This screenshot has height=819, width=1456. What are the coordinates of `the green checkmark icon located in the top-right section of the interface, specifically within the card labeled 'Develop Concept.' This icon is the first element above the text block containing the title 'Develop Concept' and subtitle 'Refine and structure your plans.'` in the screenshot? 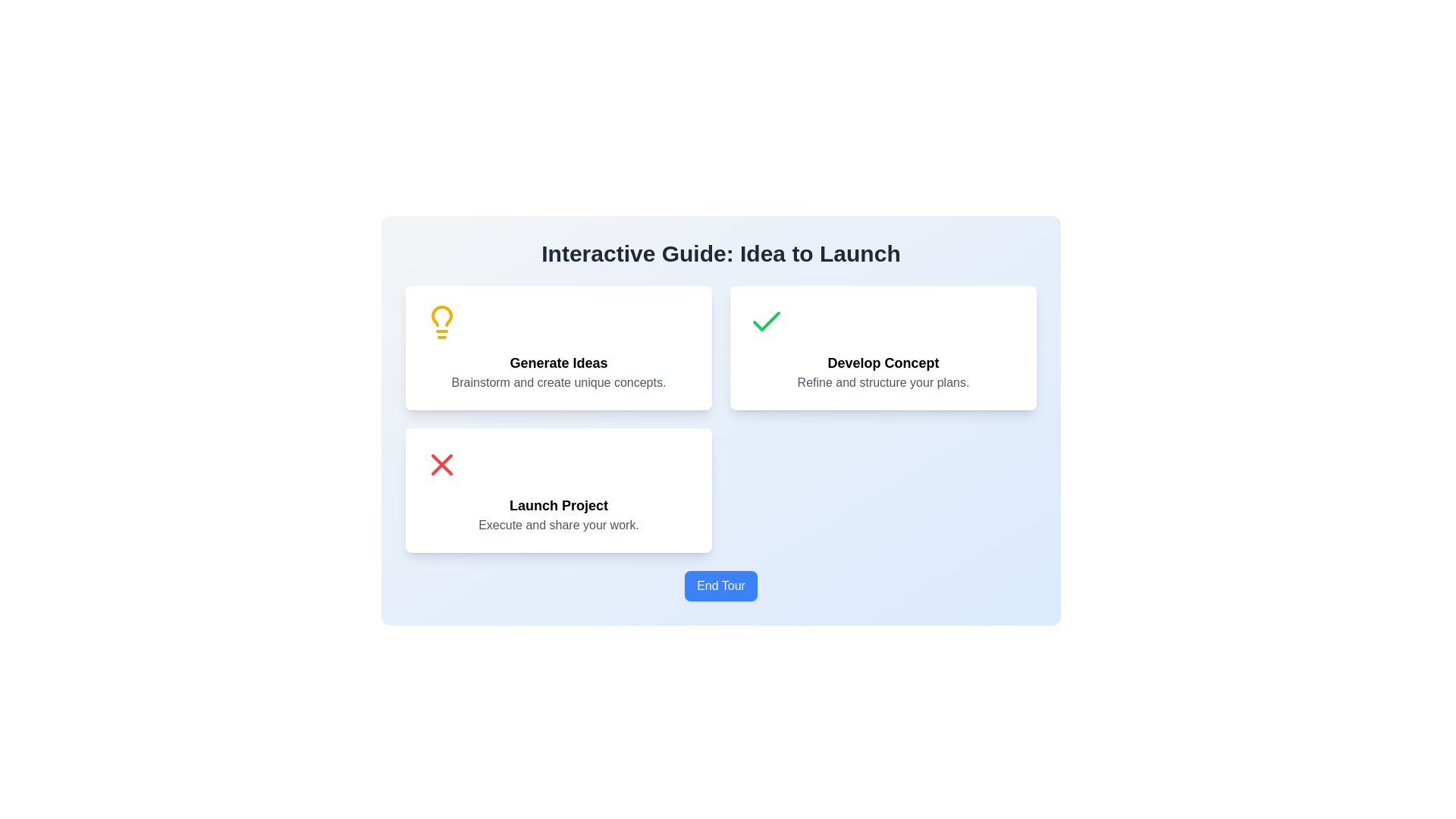 It's located at (767, 321).